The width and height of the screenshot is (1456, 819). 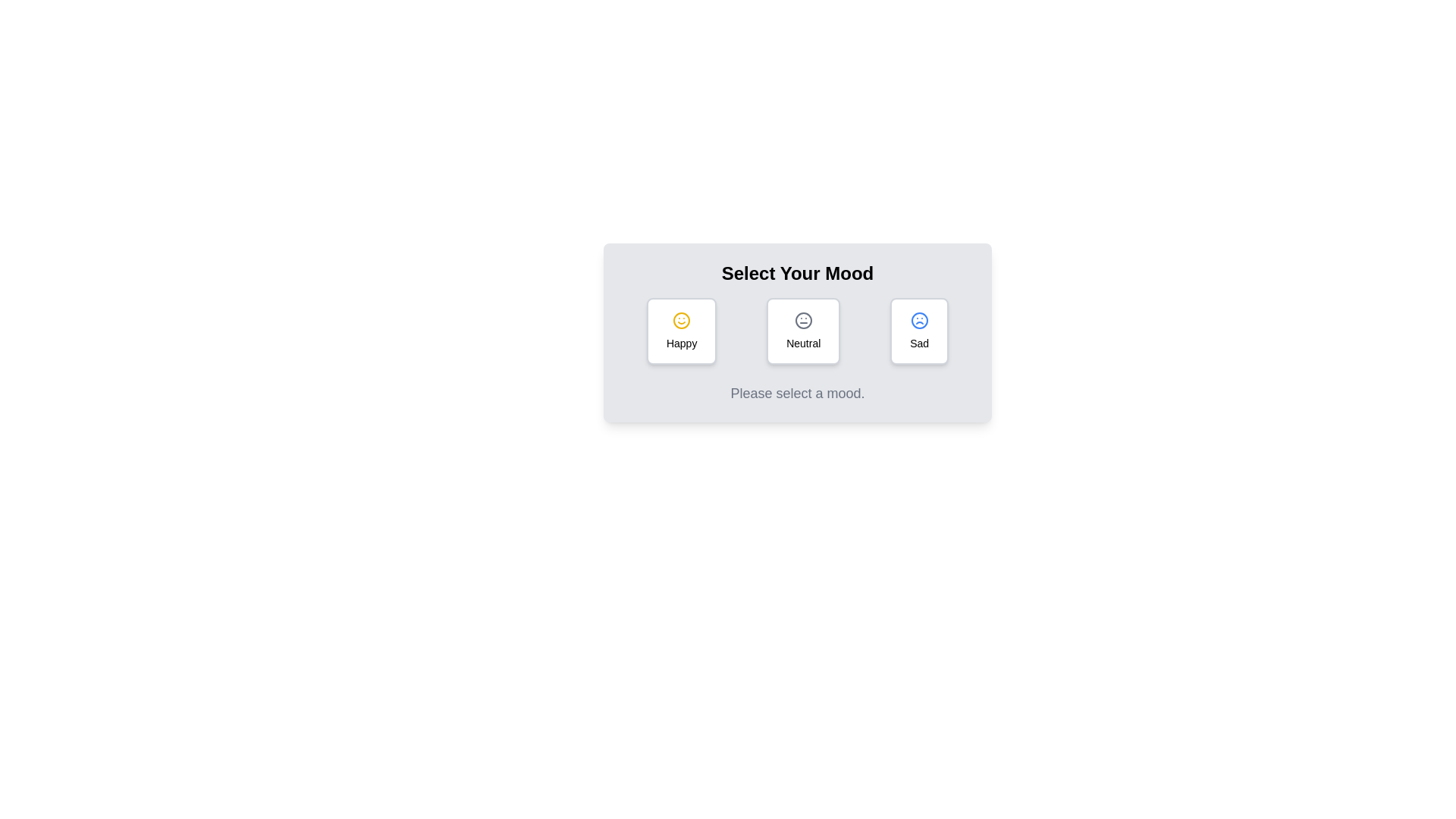 I want to click on the 'Neutral' label element, which is styled simply and located within a rectangular button beneath a neutral face icon, so click(x=802, y=343).